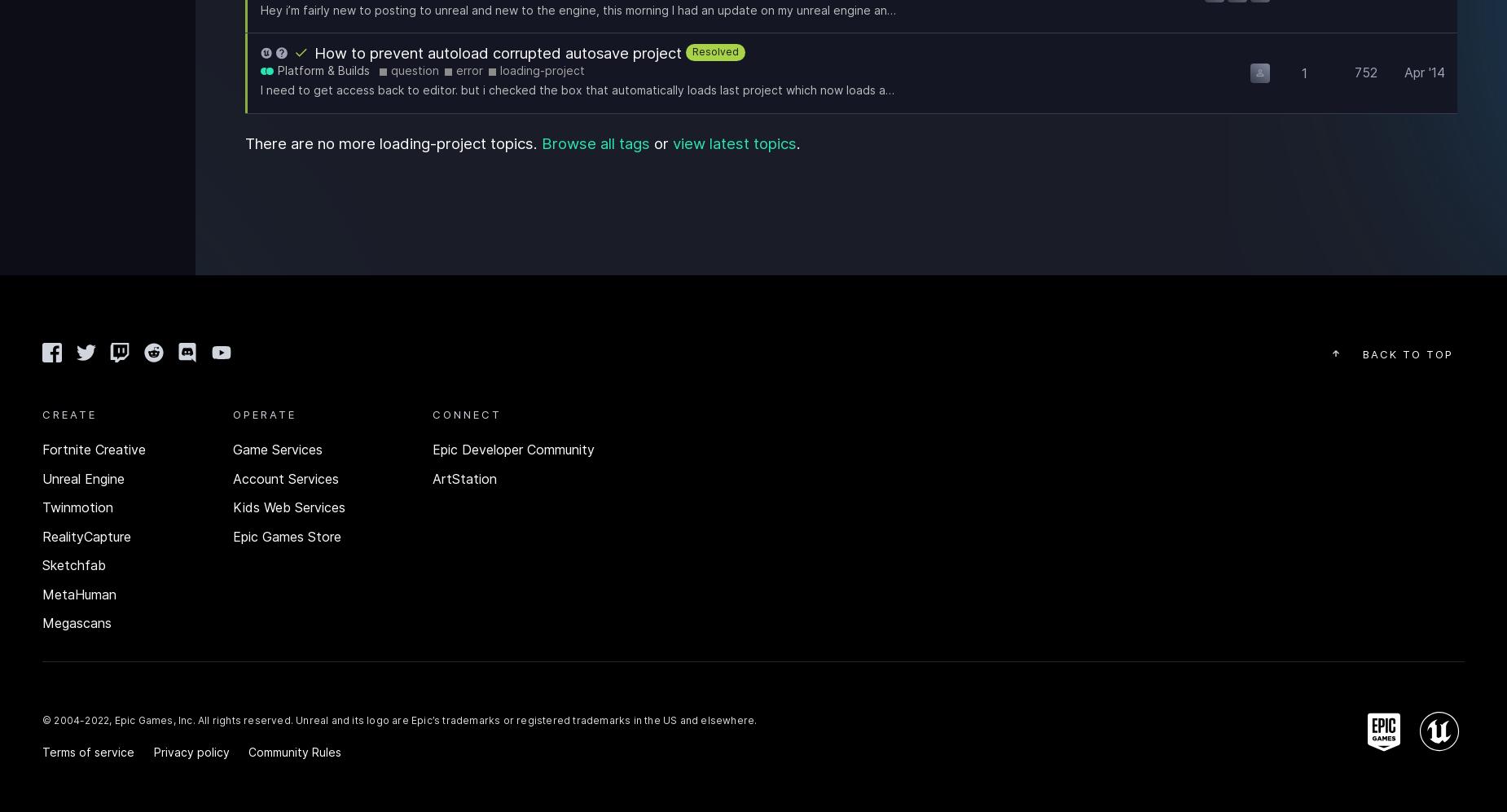 This screenshot has width=1507, height=812. I want to click on 'view latest topics', so click(671, 142).